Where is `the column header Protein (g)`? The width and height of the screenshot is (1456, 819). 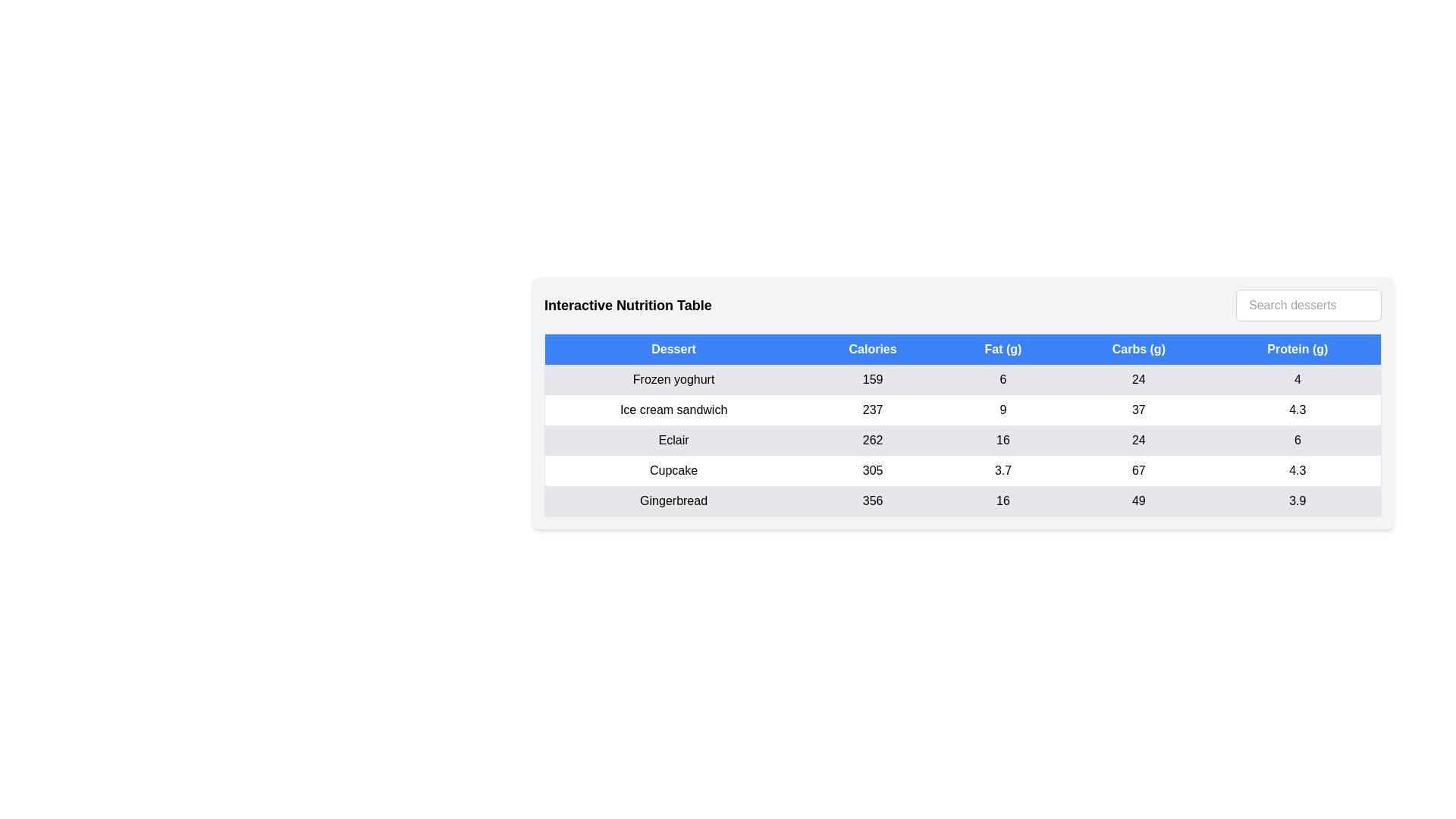 the column header Protein (g) is located at coordinates (1297, 349).